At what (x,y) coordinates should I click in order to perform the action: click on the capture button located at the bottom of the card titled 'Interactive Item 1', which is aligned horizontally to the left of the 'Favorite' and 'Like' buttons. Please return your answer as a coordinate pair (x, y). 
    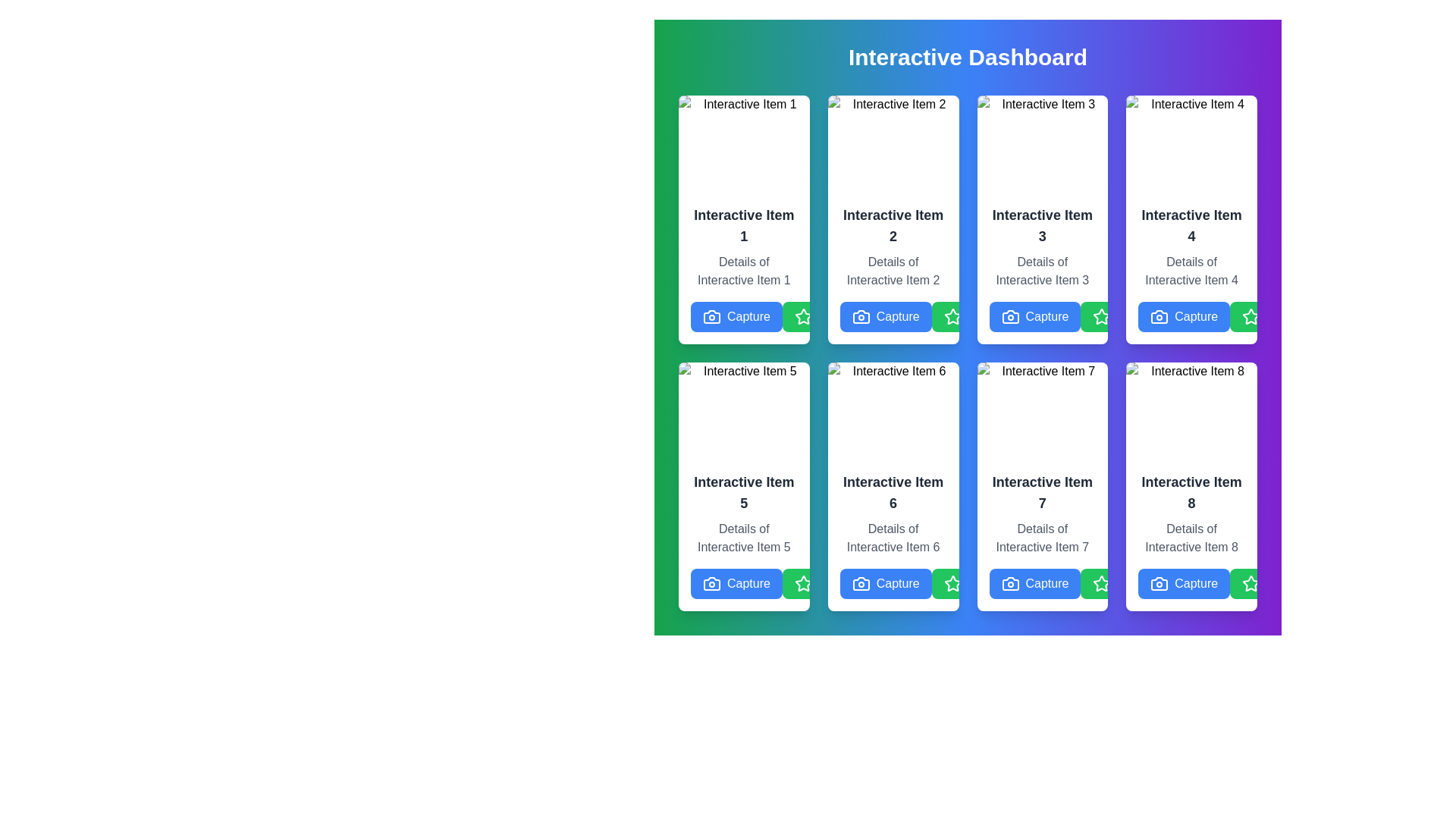
    Looking at the image, I should click on (744, 315).